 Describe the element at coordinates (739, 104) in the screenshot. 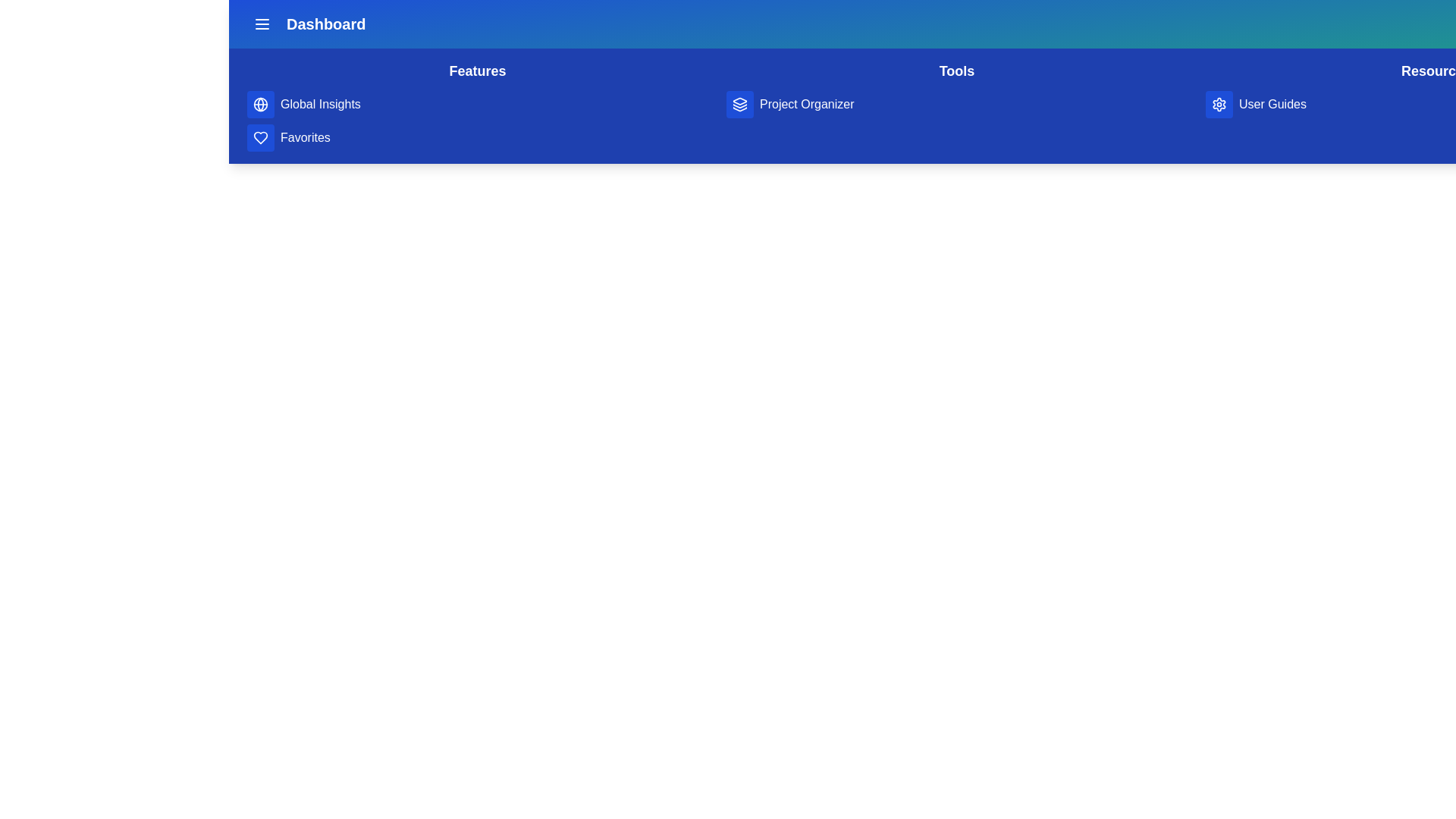

I see `the interactive button located in the top navigation bar, which is positioned to the left of the 'Project Organizer' text, to receive visual feedback` at that location.